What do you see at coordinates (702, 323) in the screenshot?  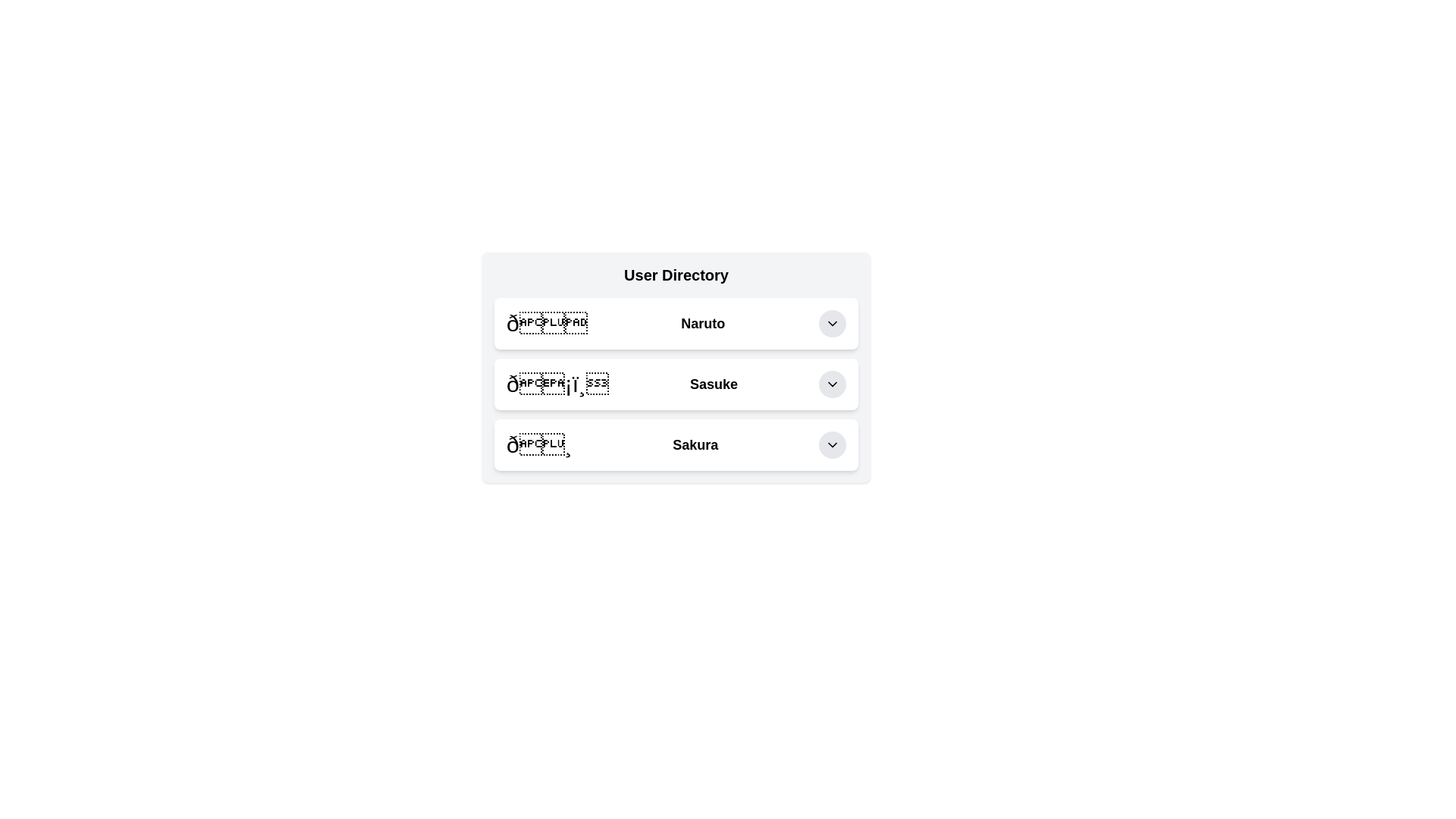 I see `the 'Naruto' text label, which is bold and medium-sized, located in the first user card of the 'User Directory' list, positioned between a globe emoji and a dropdown button` at bounding box center [702, 323].